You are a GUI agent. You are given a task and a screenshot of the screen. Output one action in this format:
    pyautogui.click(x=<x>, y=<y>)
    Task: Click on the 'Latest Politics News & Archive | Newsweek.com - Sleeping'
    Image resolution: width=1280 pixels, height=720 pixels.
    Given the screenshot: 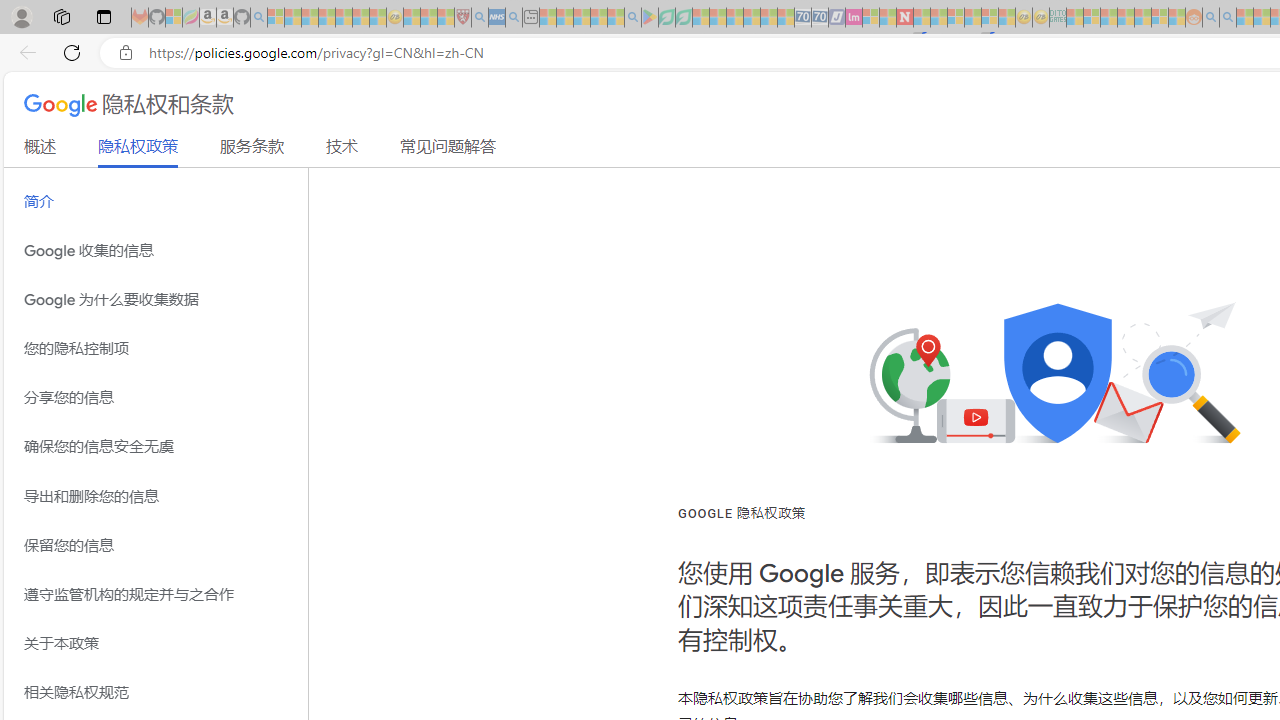 What is the action you would take?
    pyautogui.click(x=903, y=17)
    